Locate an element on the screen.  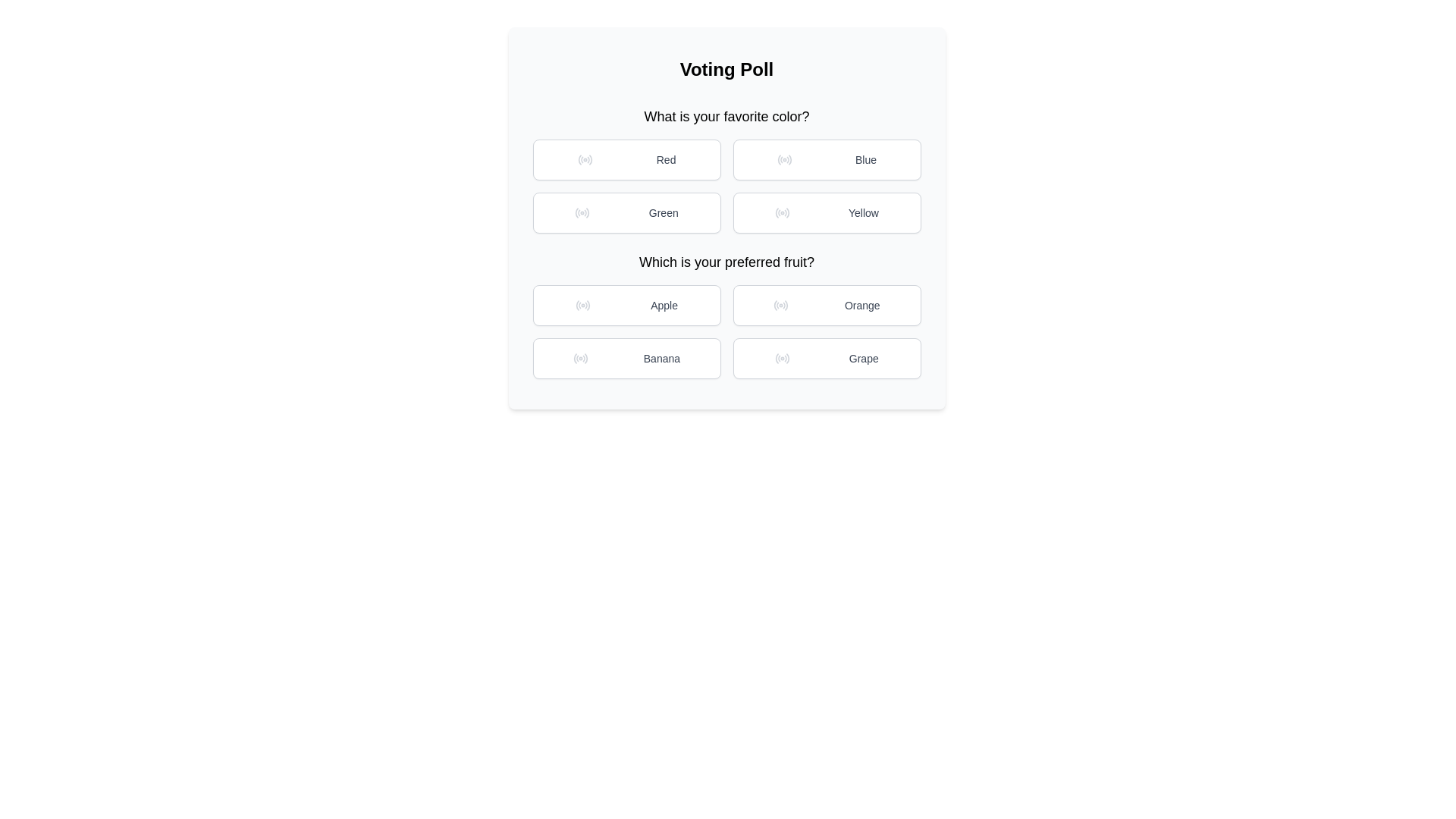
text of the label displaying 'Red', which is located in the first button at the top-left corner under the heading 'What is your favorite color?' is located at coordinates (666, 160).